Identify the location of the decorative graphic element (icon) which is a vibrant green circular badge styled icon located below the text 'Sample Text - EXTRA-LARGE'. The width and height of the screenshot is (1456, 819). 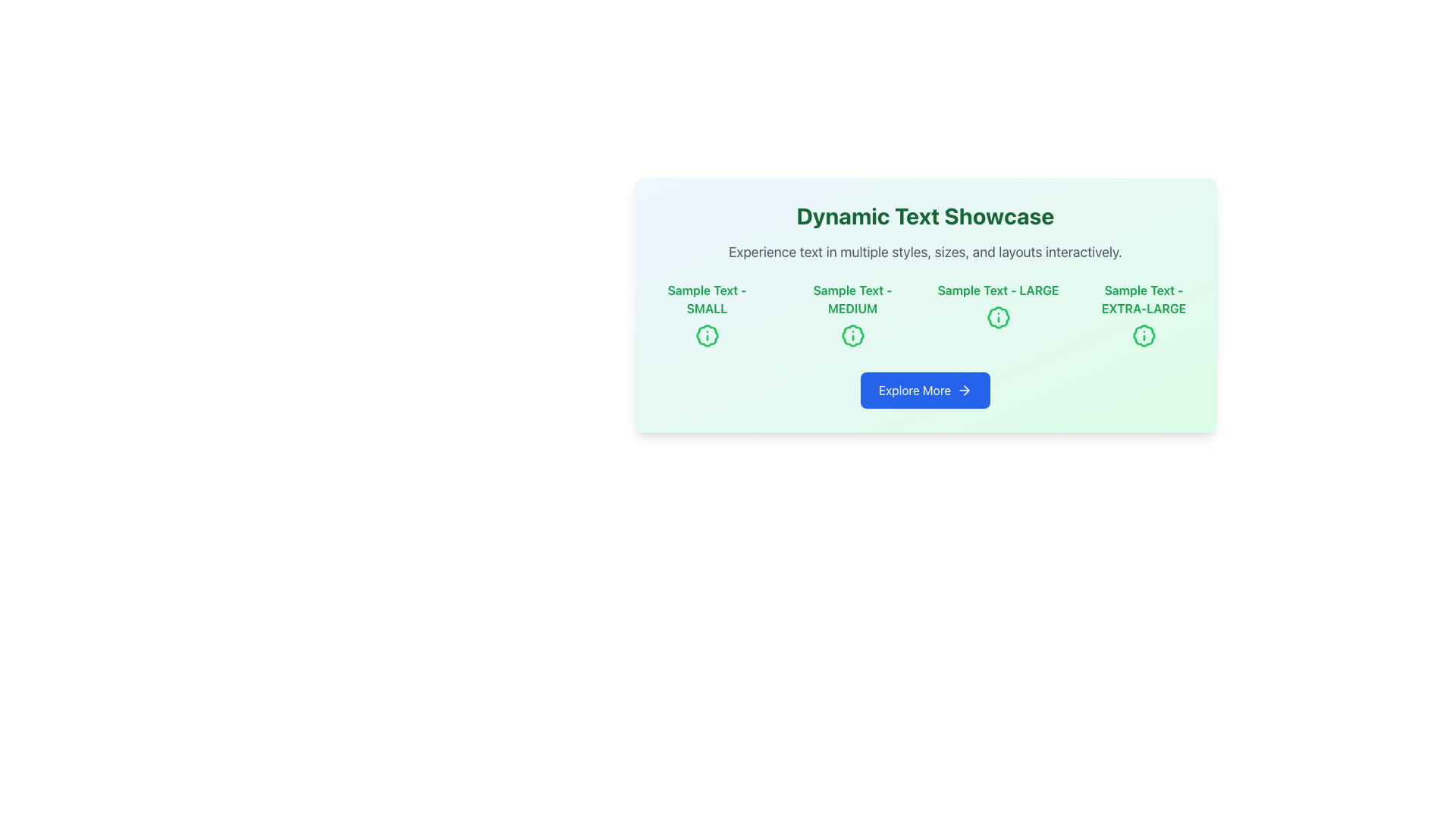
(1144, 335).